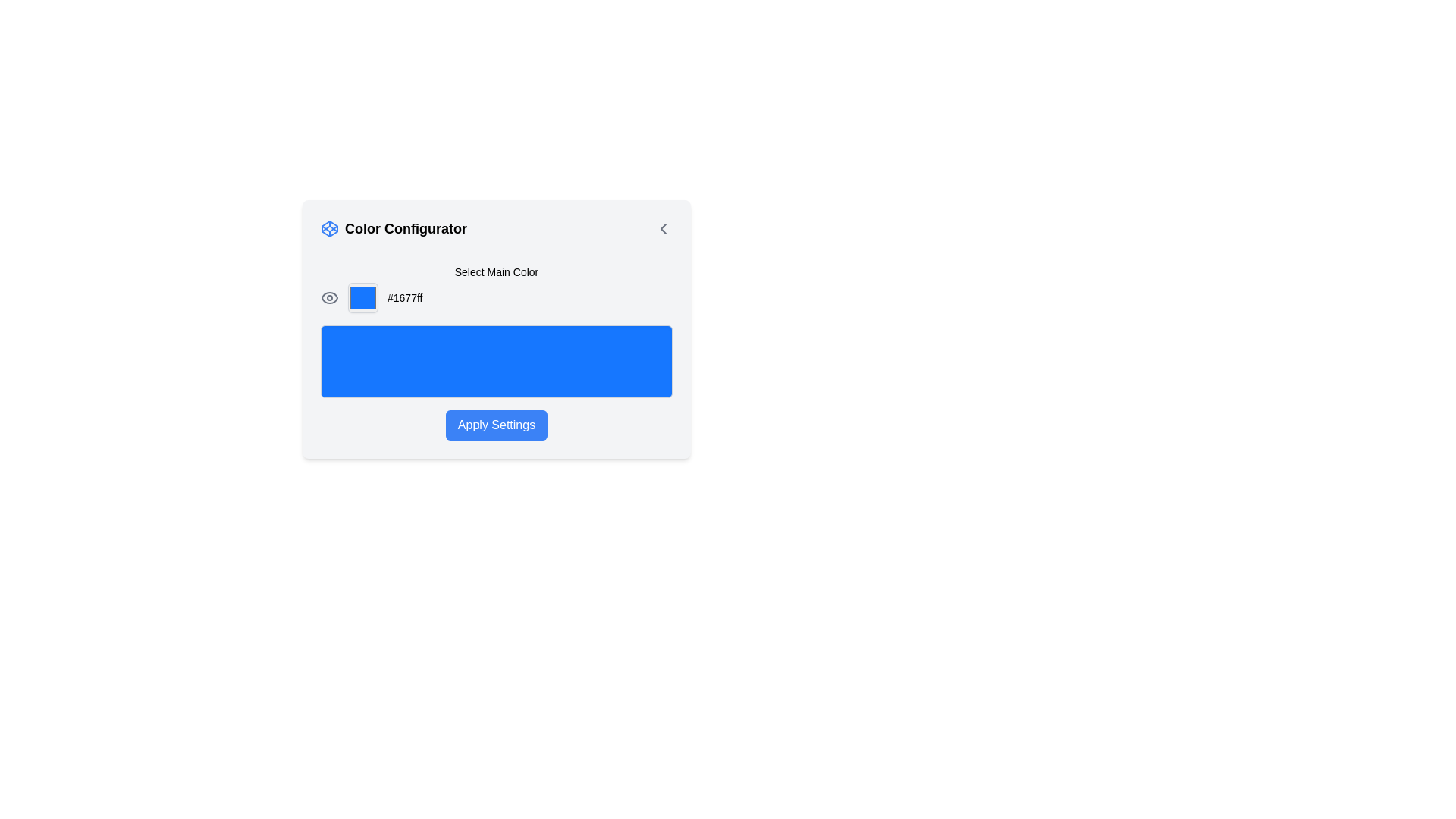 The width and height of the screenshot is (1456, 819). Describe the element at coordinates (496, 298) in the screenshot. I see `the color selection box in the Color display with information segment located under 'Select Main Color'` at that location.